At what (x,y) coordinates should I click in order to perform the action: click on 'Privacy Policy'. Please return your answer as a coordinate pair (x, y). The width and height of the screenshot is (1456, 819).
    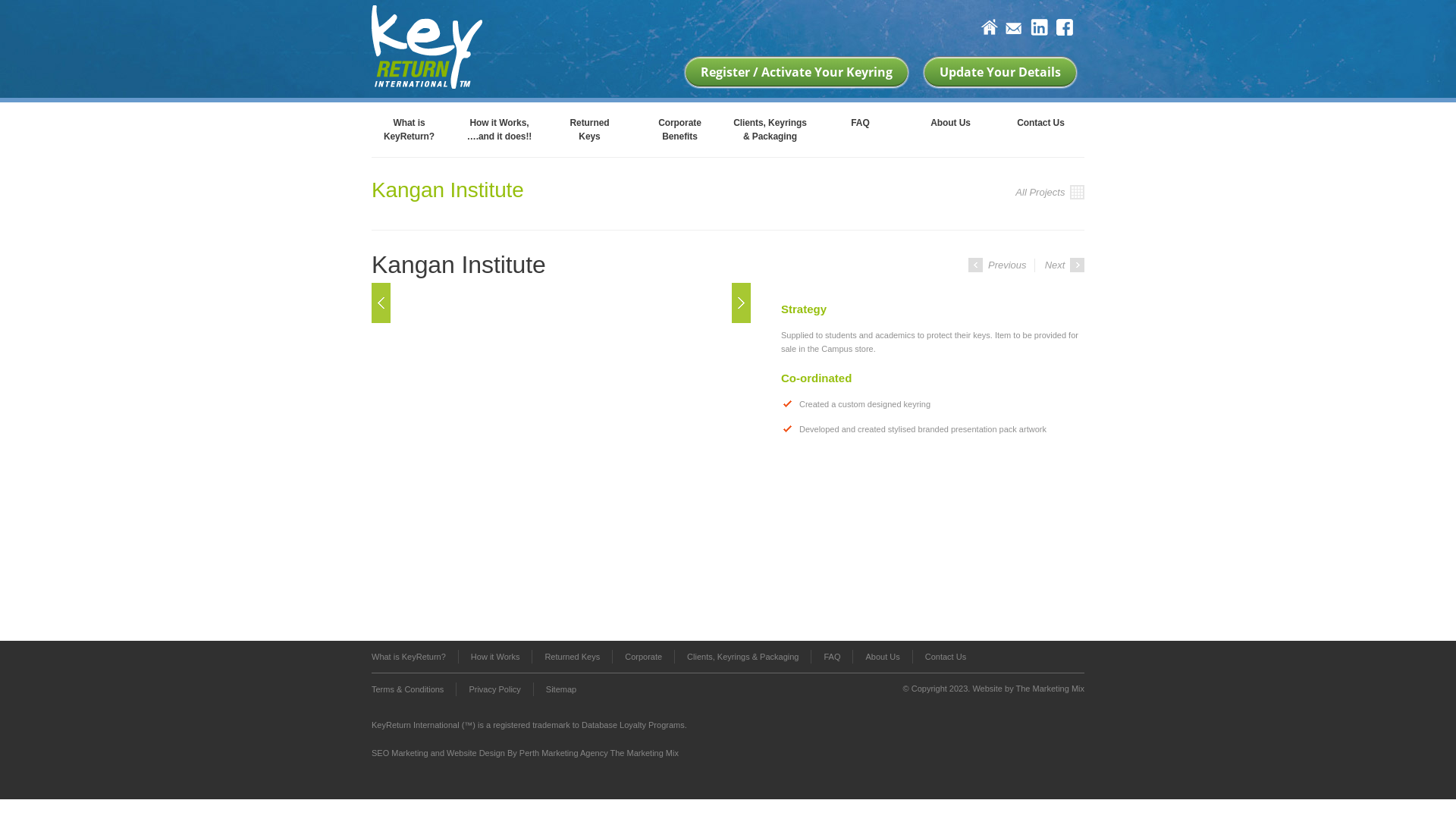
    Looking at the image, I should click on (494, 689).